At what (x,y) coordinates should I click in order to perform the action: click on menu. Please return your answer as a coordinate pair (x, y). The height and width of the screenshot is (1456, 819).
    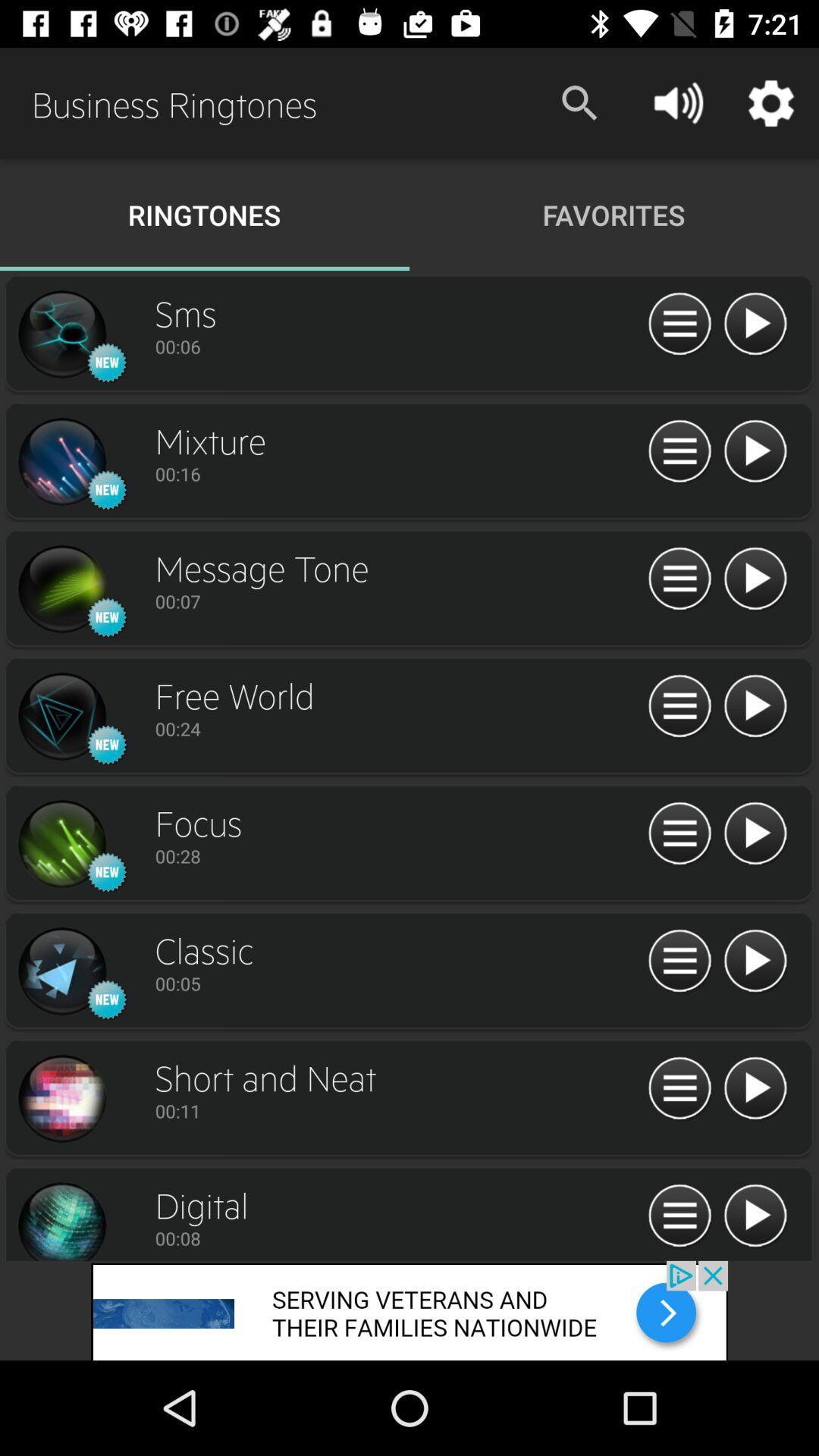
    Looking at the image, I should click on (679, 324).